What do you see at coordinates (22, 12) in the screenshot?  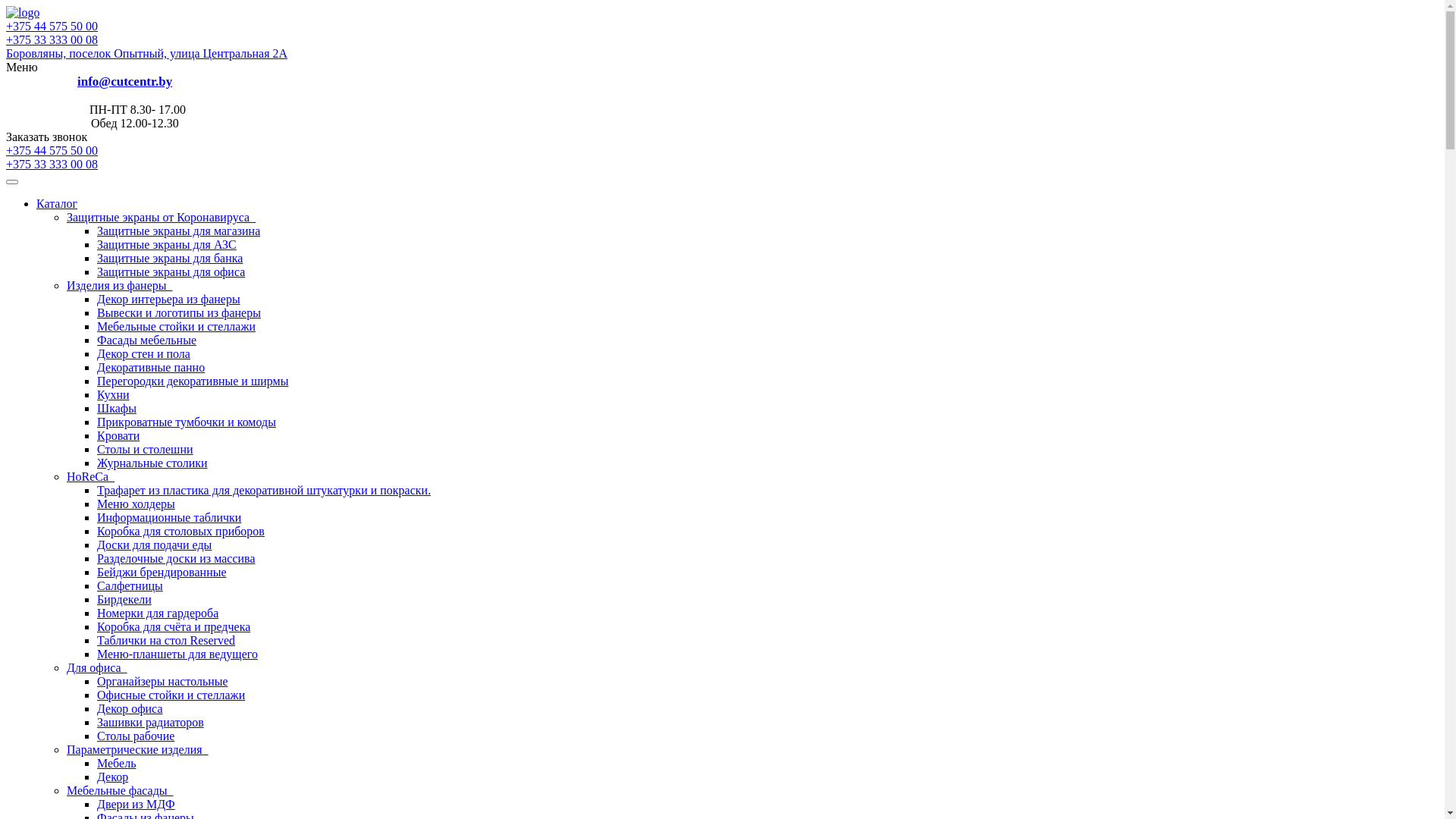 I see `'cutcentr.by'` at bounding box center [22, 12].